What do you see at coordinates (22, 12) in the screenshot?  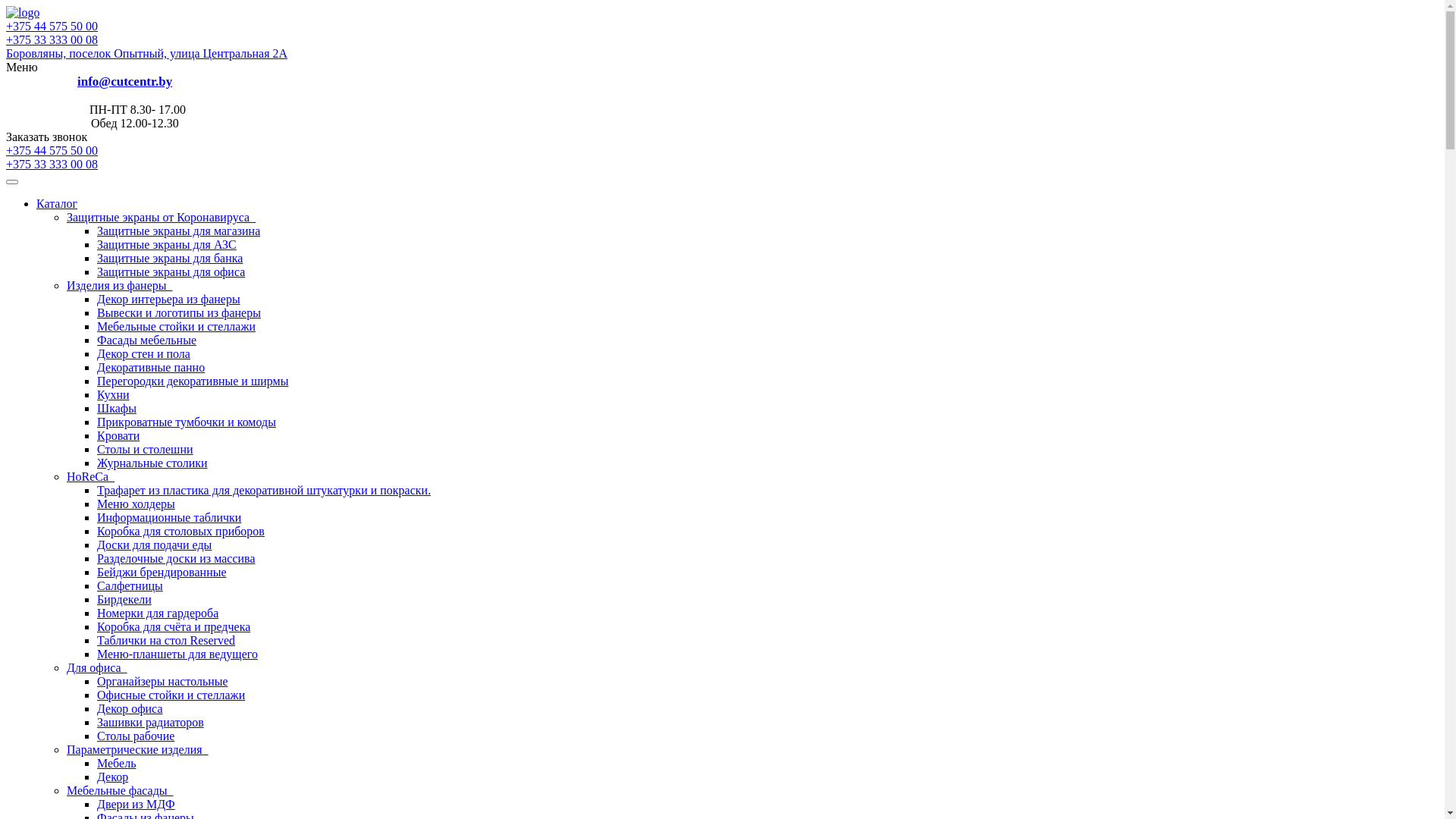 I see `'cutcentr.by'` at bounding box center [22, 12].